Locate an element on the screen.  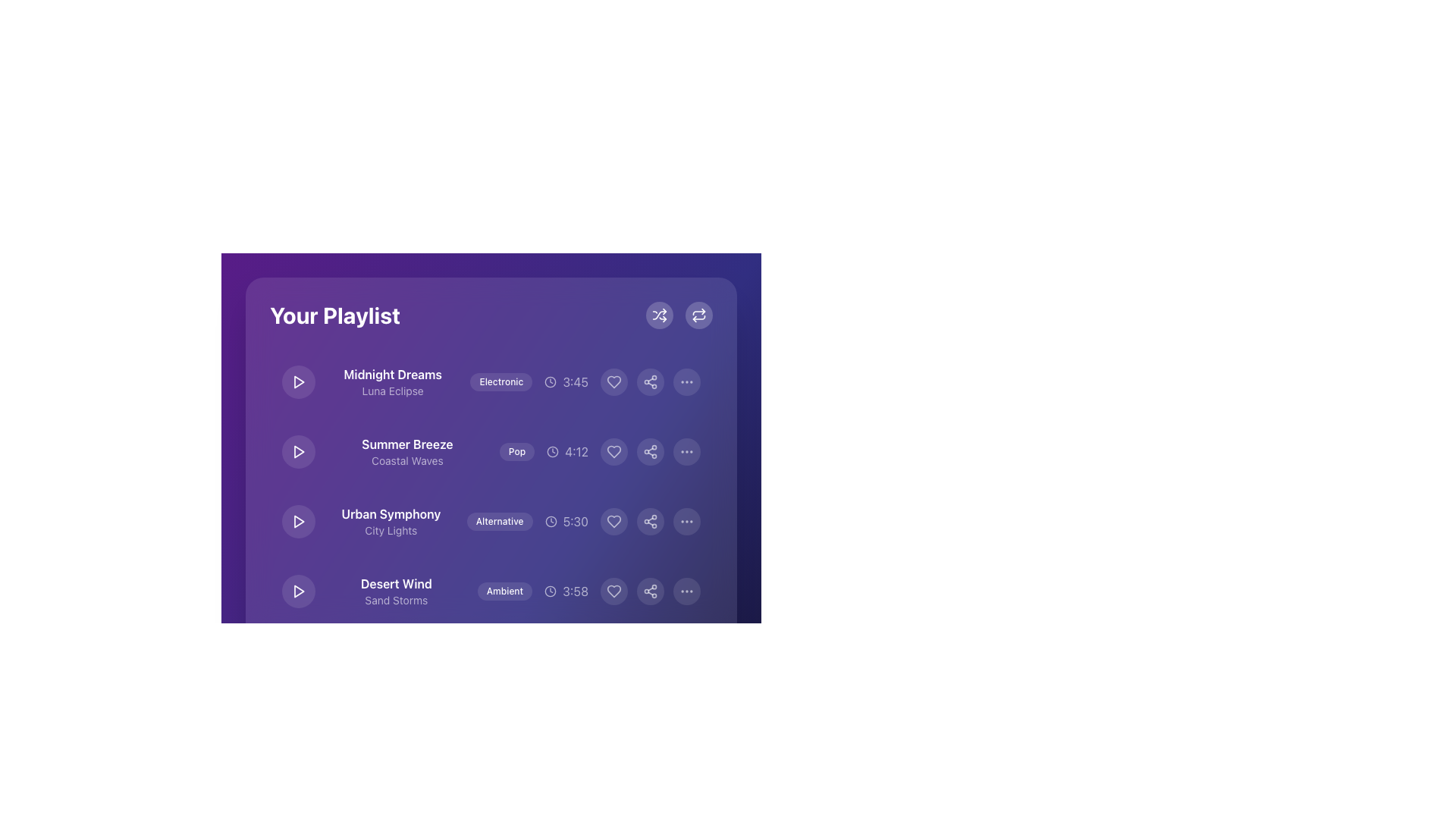
the share button located to the right of the 'Desert Wind' entry in the playlist is located at coordinates (651, 590).